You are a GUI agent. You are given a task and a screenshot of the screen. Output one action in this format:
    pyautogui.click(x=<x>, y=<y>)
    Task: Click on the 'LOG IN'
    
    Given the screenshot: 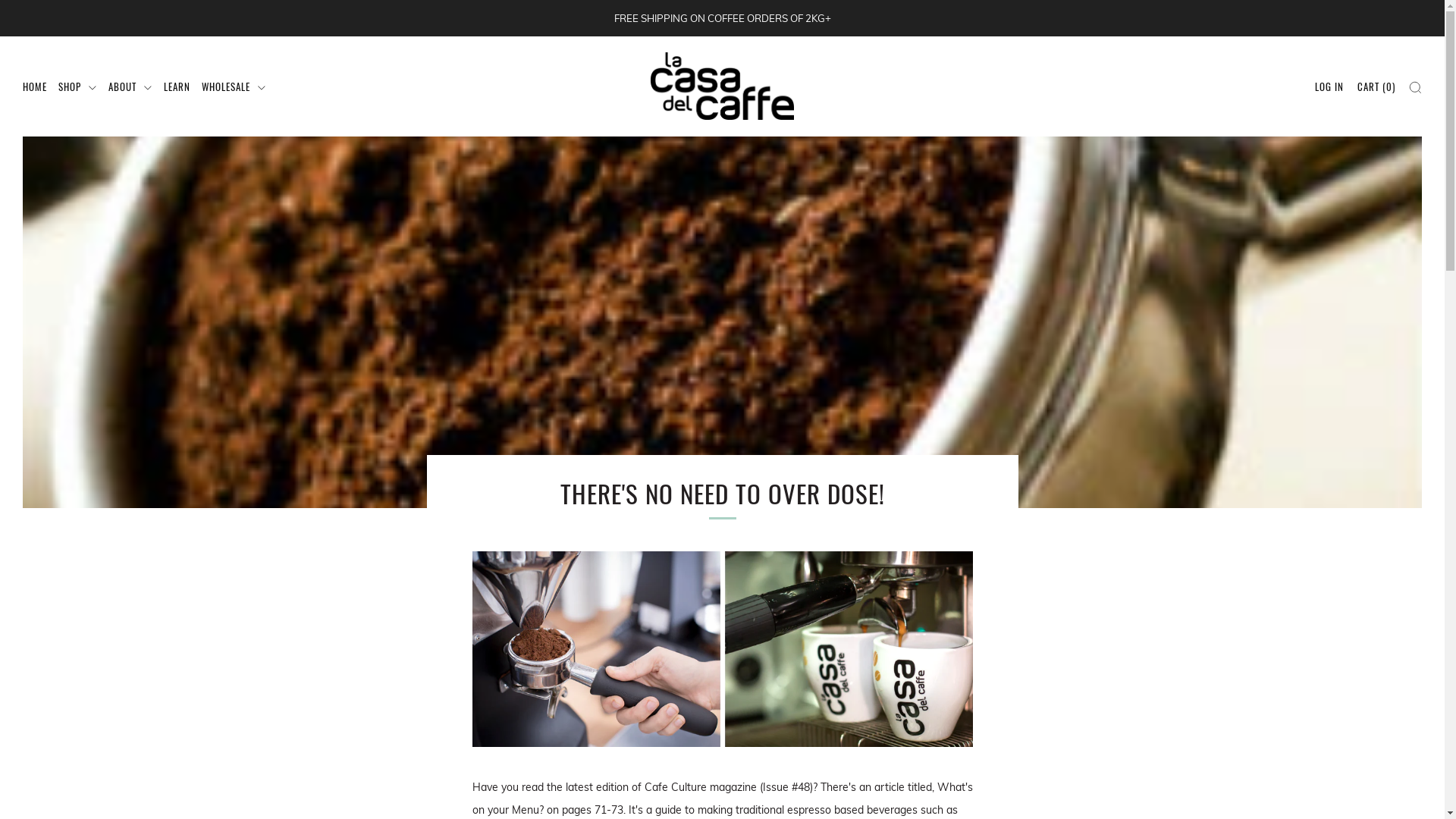 What is the action you would take?
    pyautogui.click(x=1328, y=86)
    